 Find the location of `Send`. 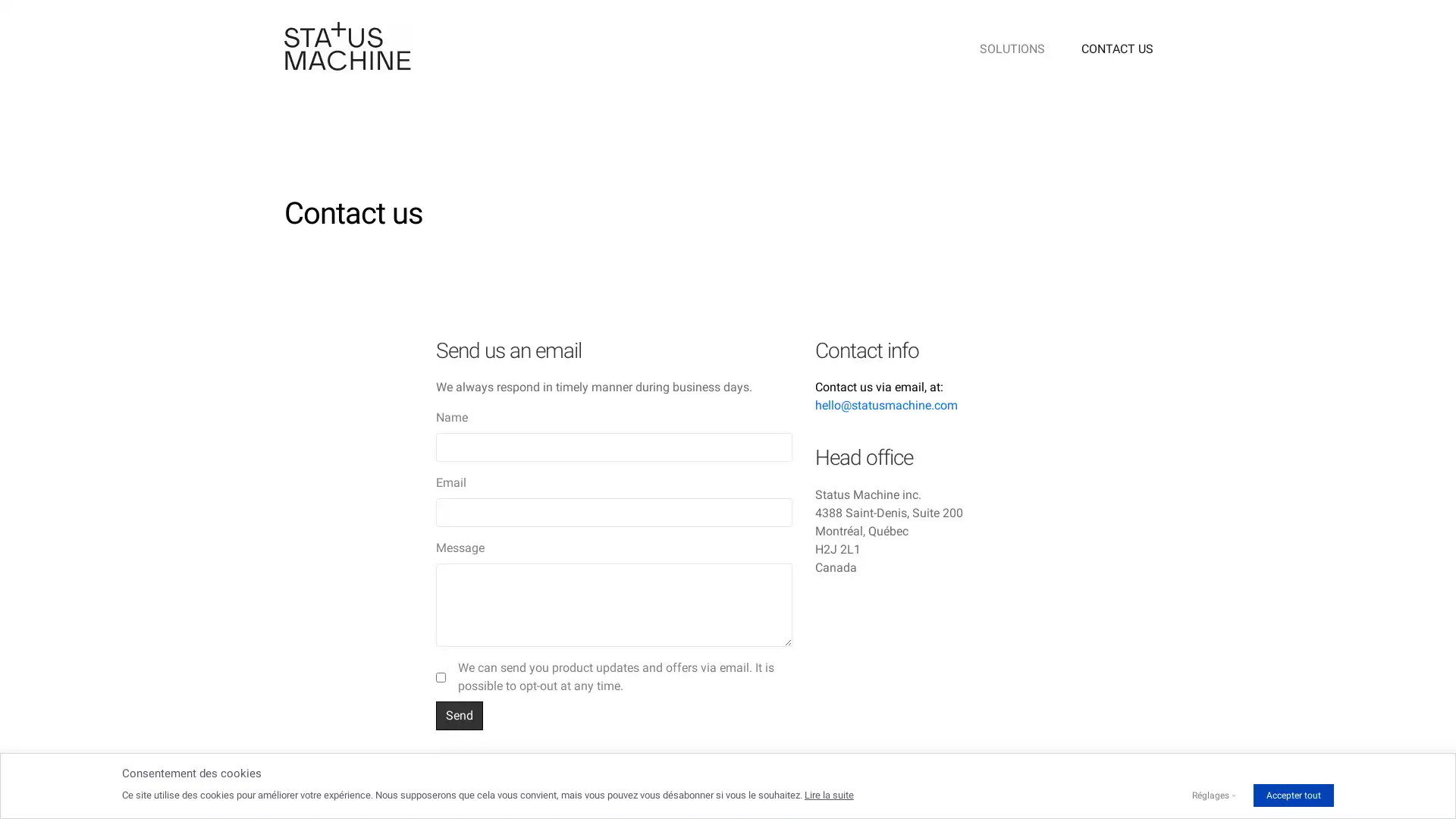

Send is located at coordinates (458, 716).